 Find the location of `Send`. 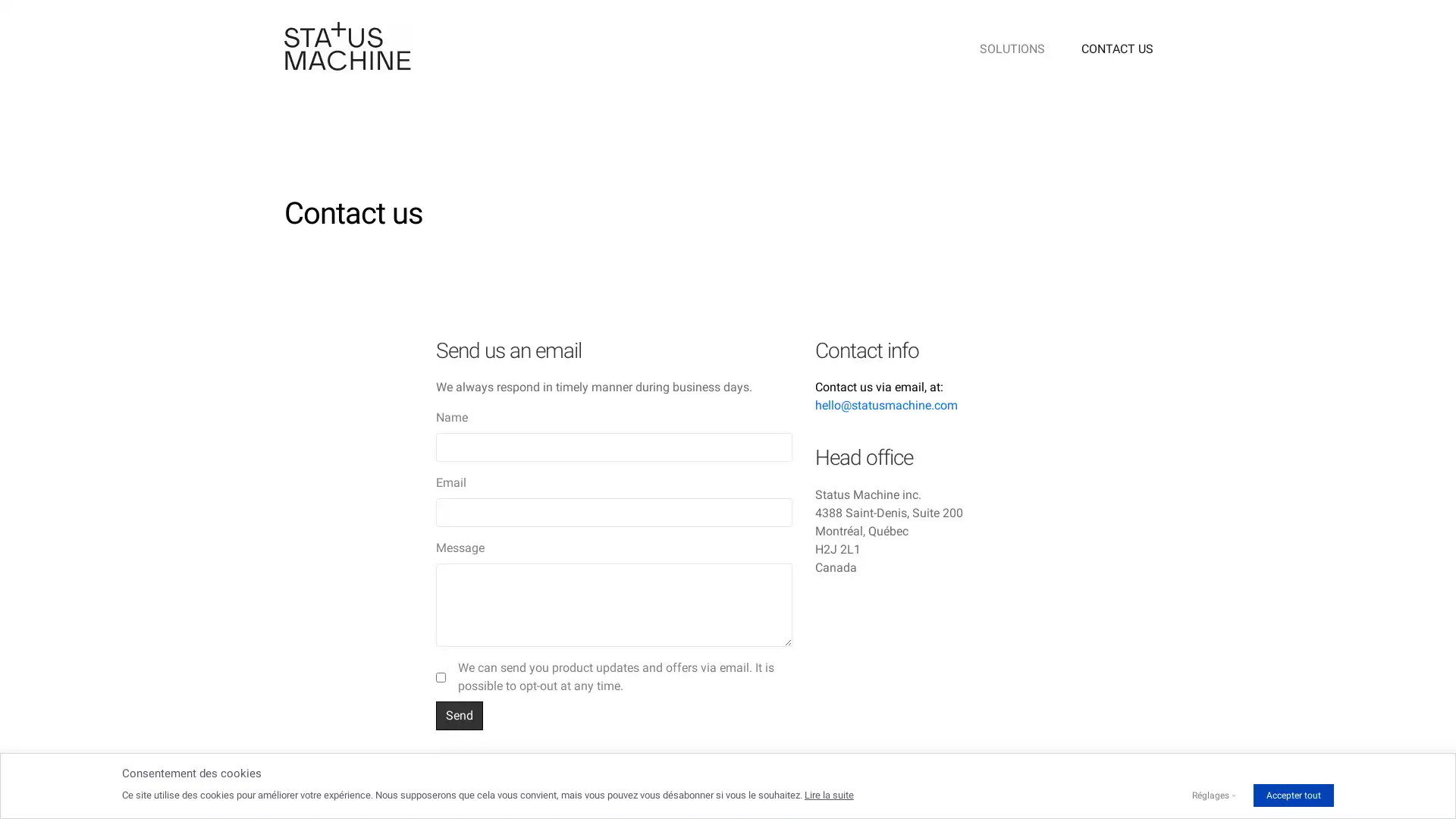

Send is located at coordinates (458, 716).